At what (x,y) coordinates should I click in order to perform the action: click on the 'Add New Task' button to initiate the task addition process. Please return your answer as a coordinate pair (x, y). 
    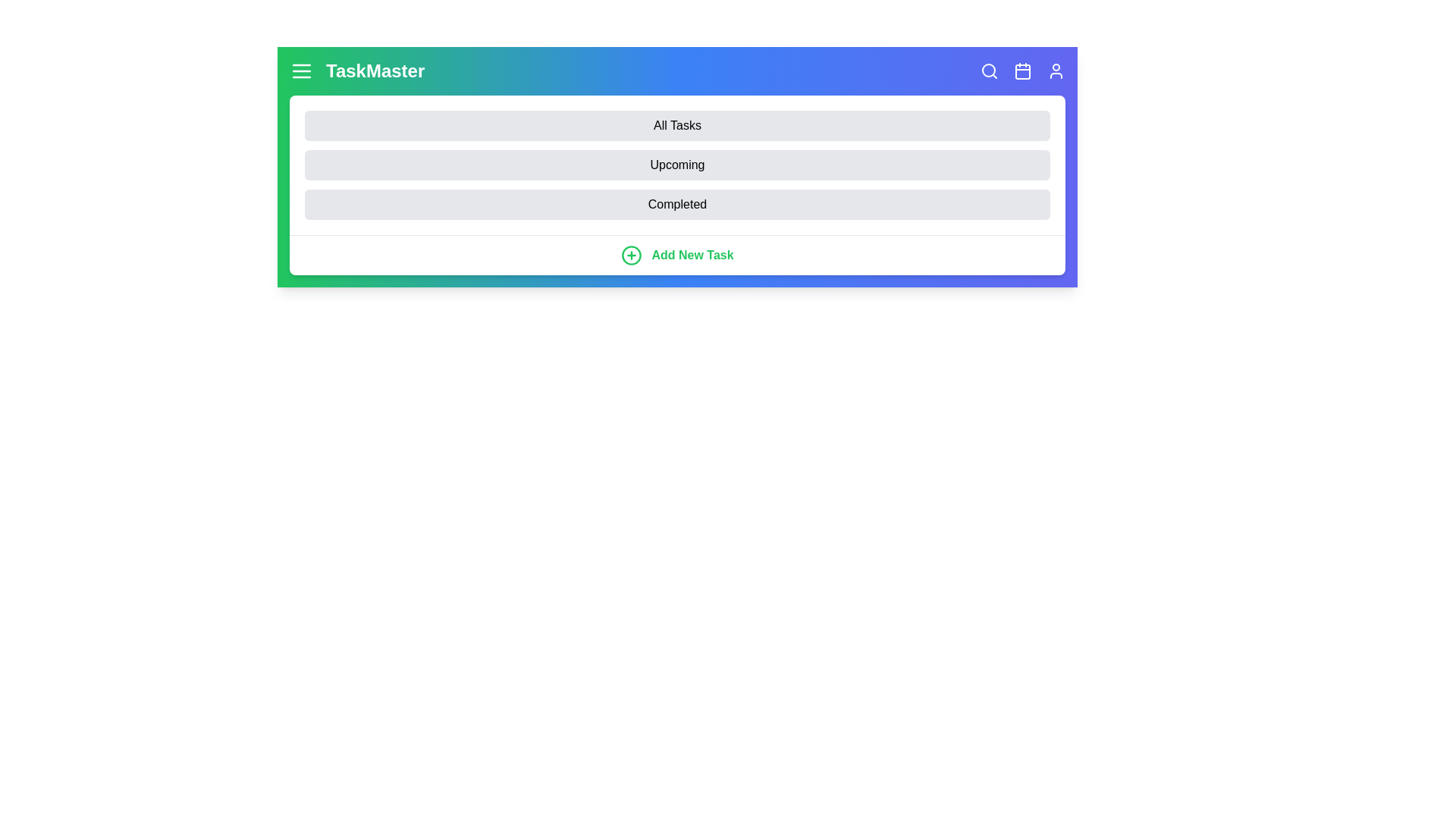
    Looking at the image, I should click on (632, 254).